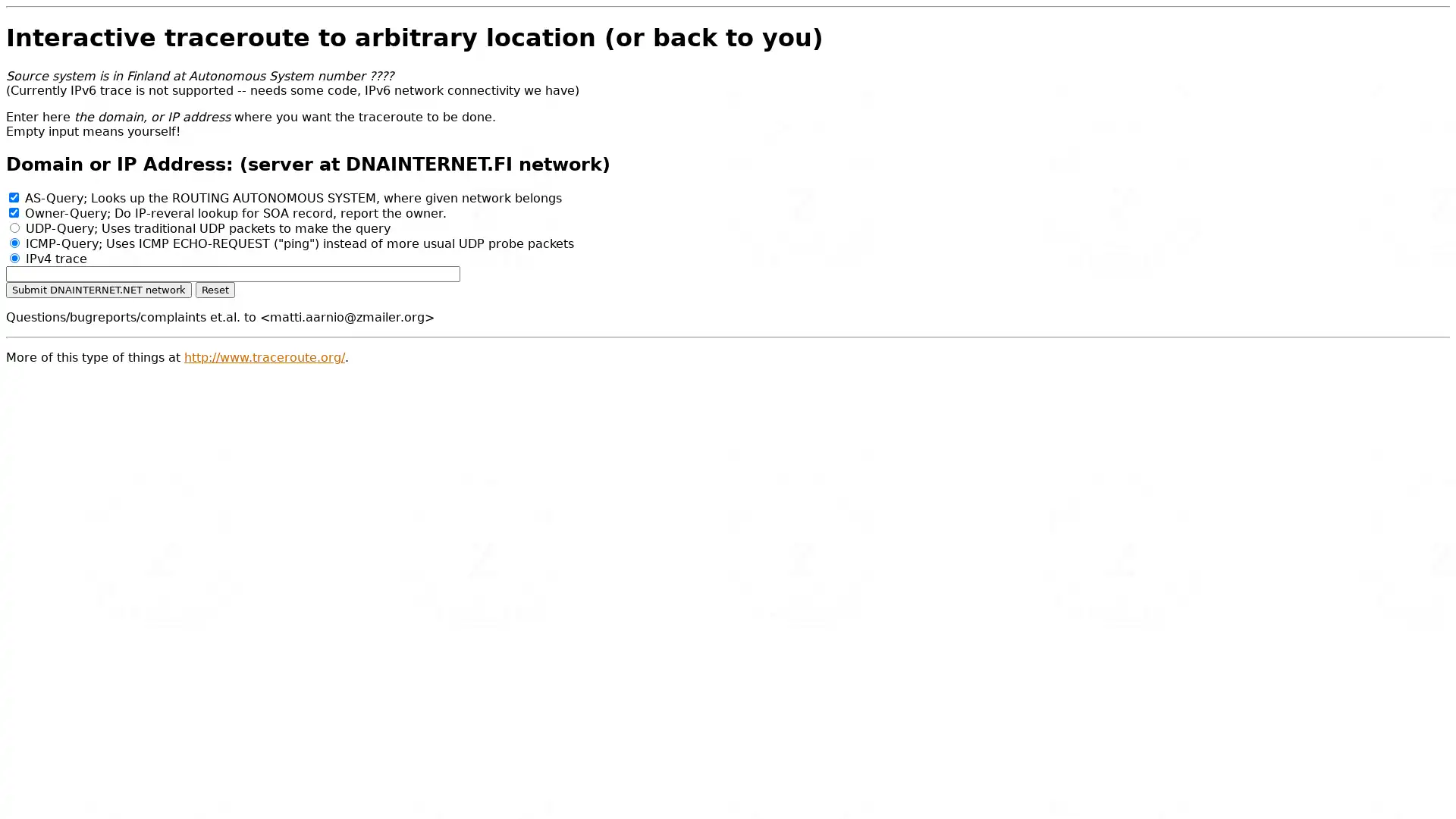 The height and width of the screenshot is (819, 1456). I want to click on Reset, so click(214, 289).